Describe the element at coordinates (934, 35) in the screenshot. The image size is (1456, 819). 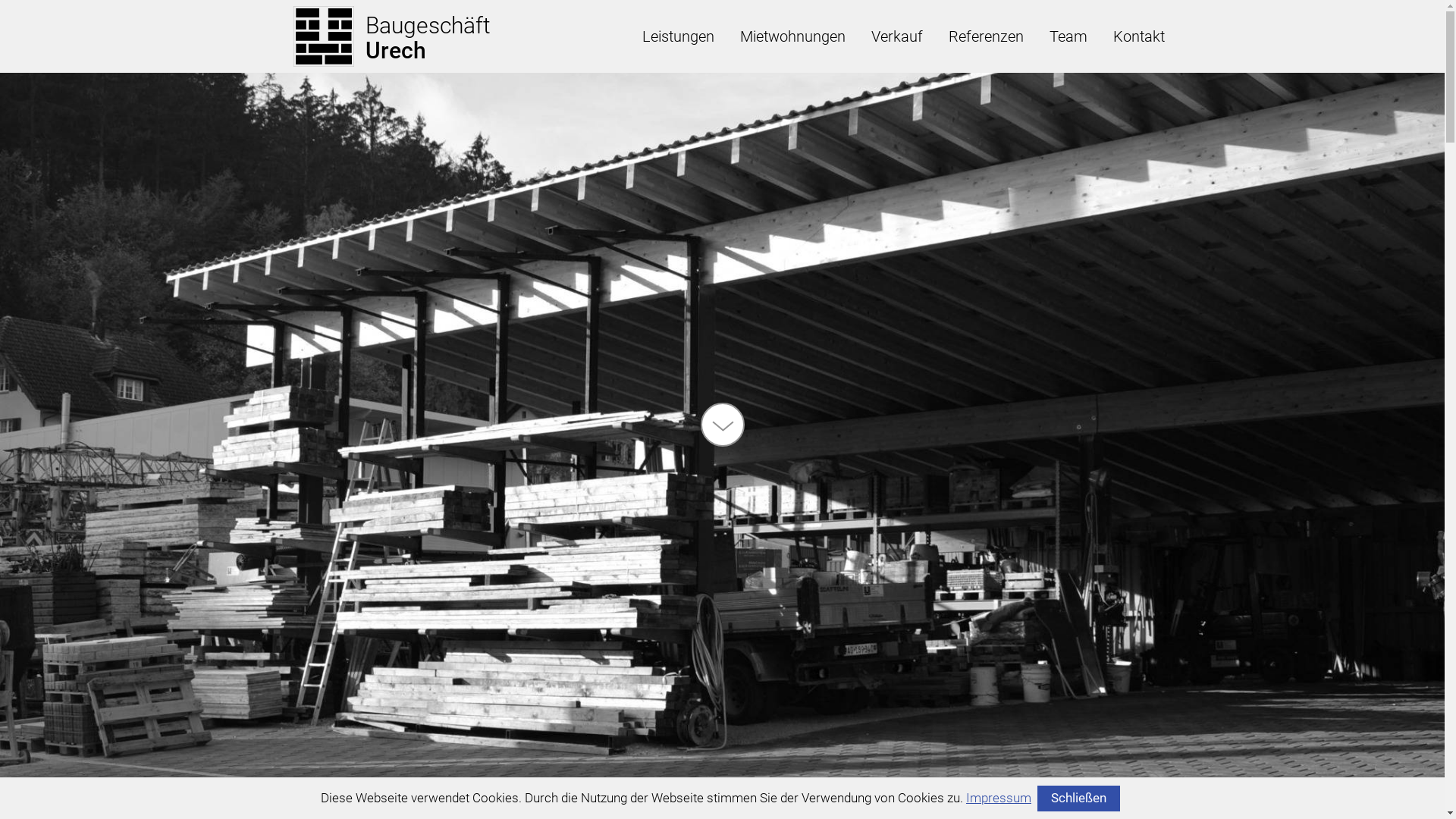
I see `'Referenzen'` at that location.